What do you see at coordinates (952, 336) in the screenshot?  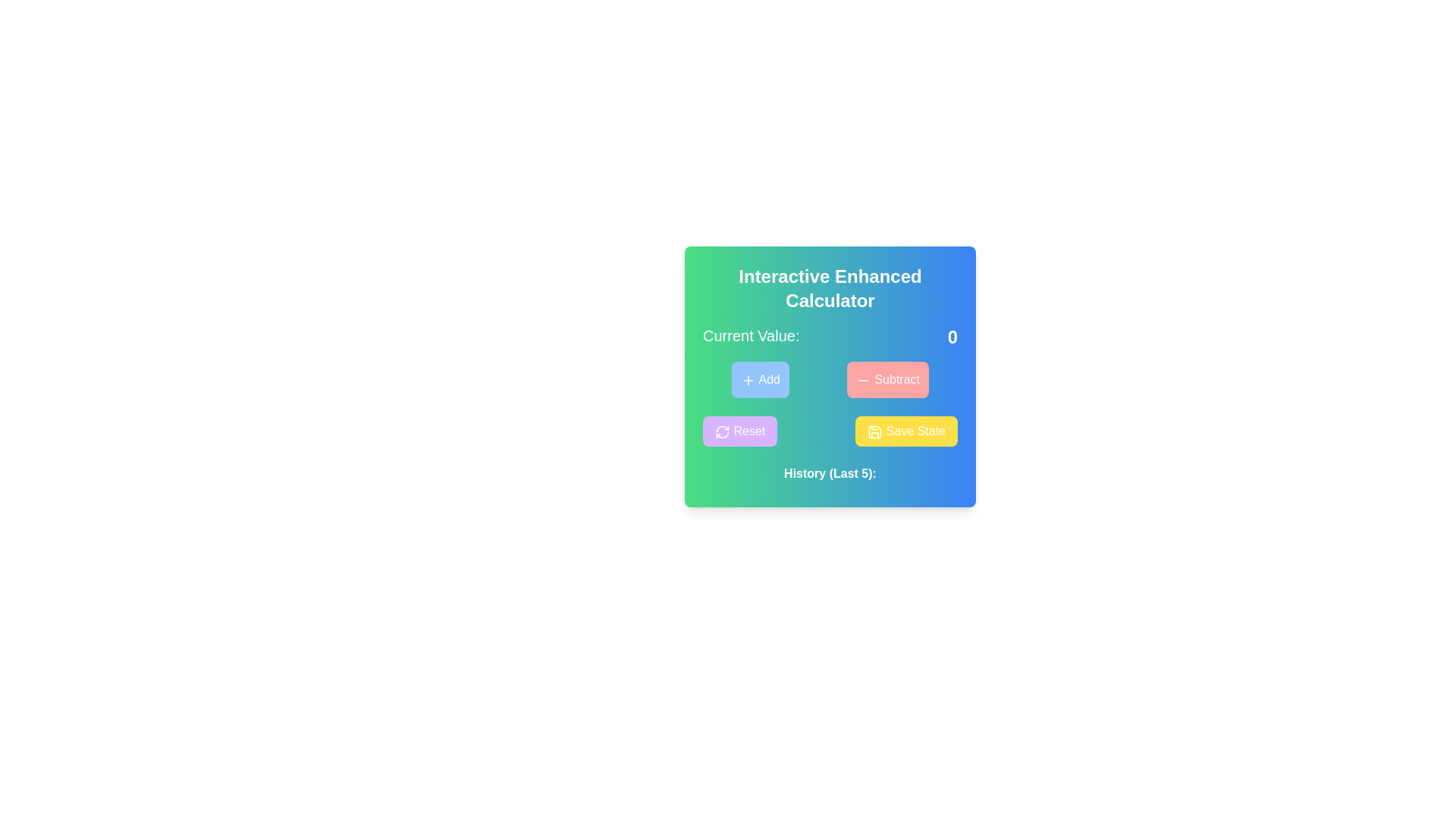 I see `the Static Text element that displays the current numeric value or status, located to the right of the phrase 'Current Value:'` at bounding box center [952, 336].